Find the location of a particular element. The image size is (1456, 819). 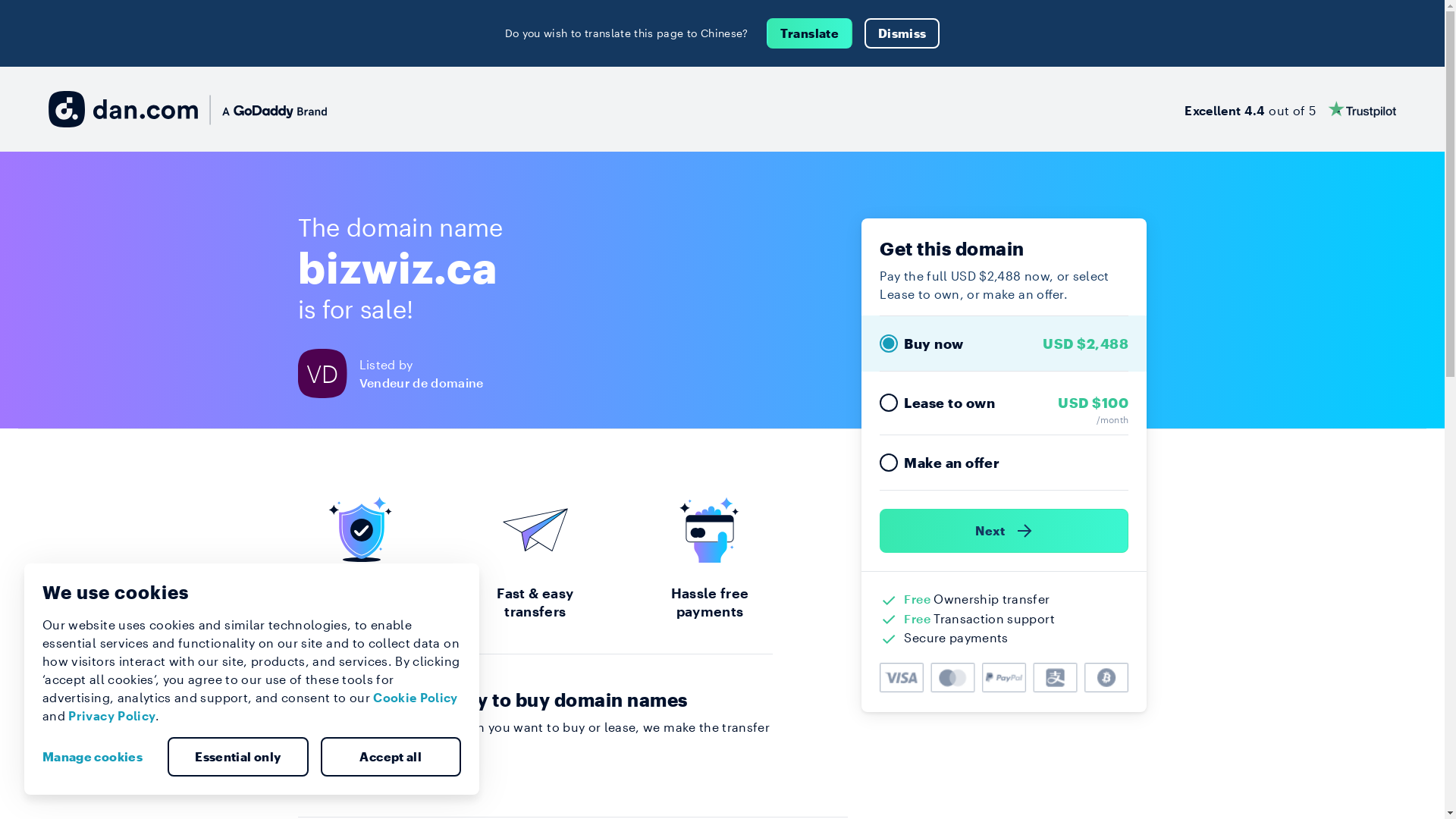

'Next is located at coordinates (1004, 529).